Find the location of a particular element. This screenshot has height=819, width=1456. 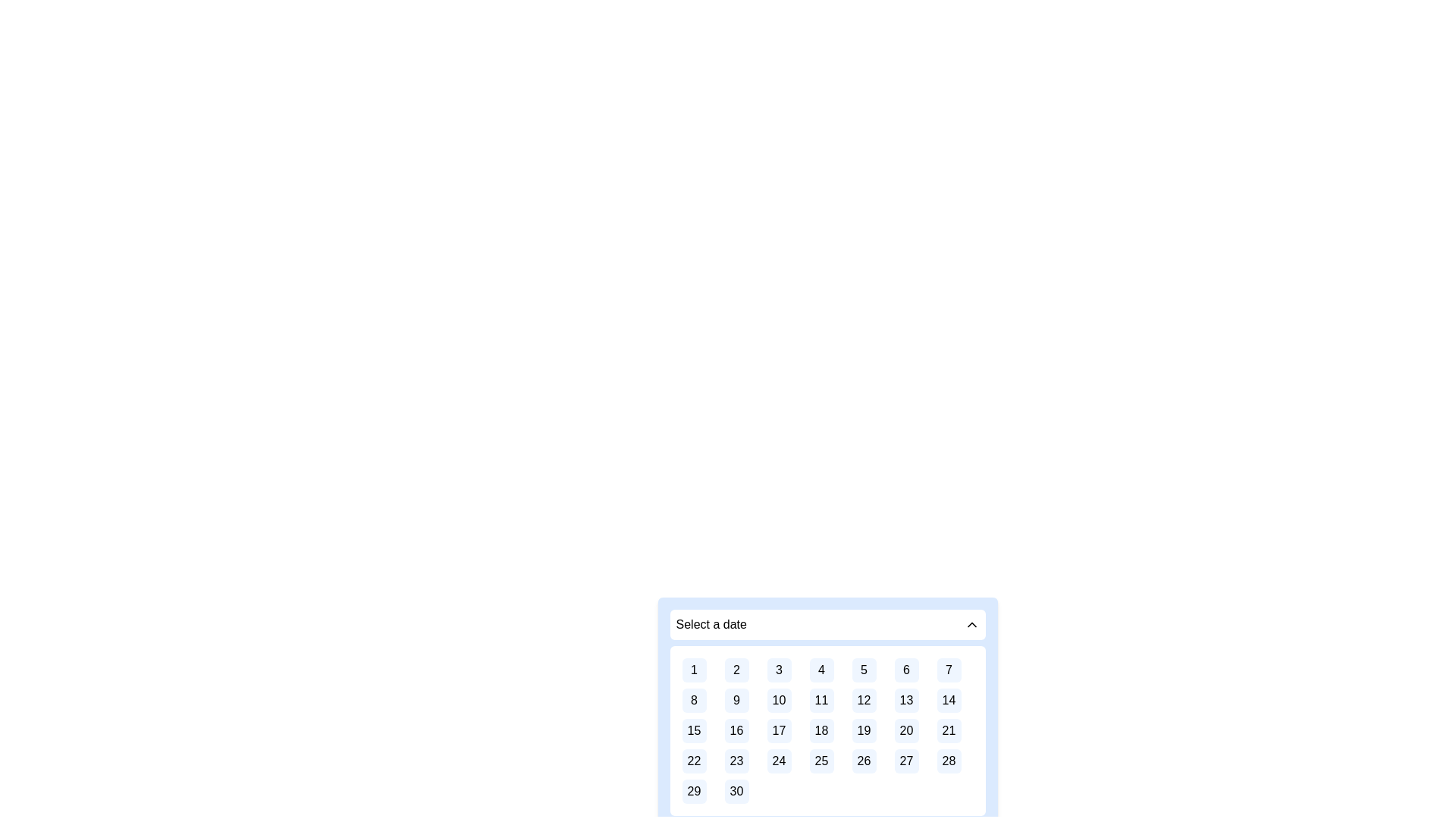

the button is located at coordinates (821, 669).